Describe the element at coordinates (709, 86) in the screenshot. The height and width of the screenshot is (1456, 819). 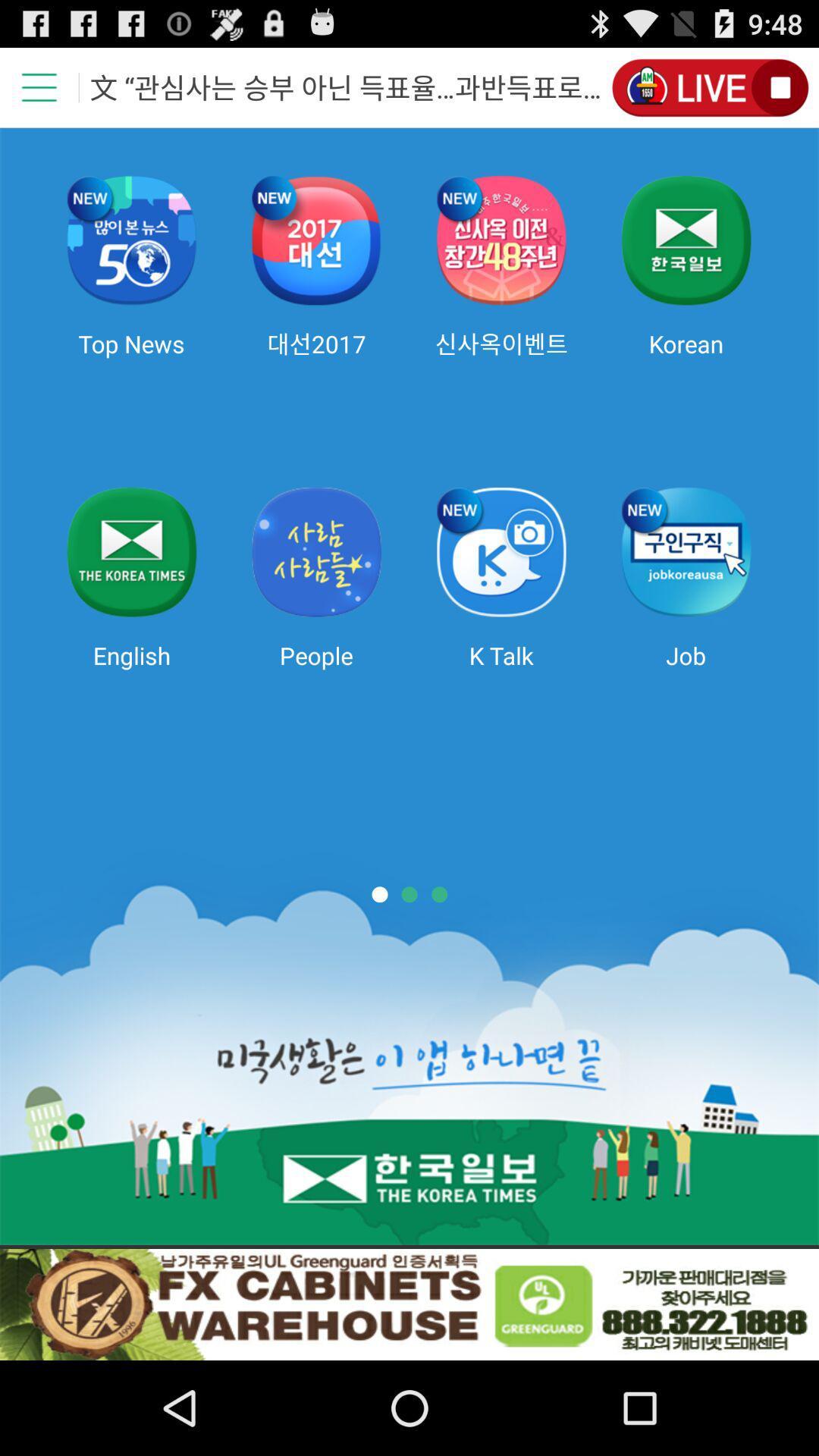
I see `watch live broadcast` at that location.